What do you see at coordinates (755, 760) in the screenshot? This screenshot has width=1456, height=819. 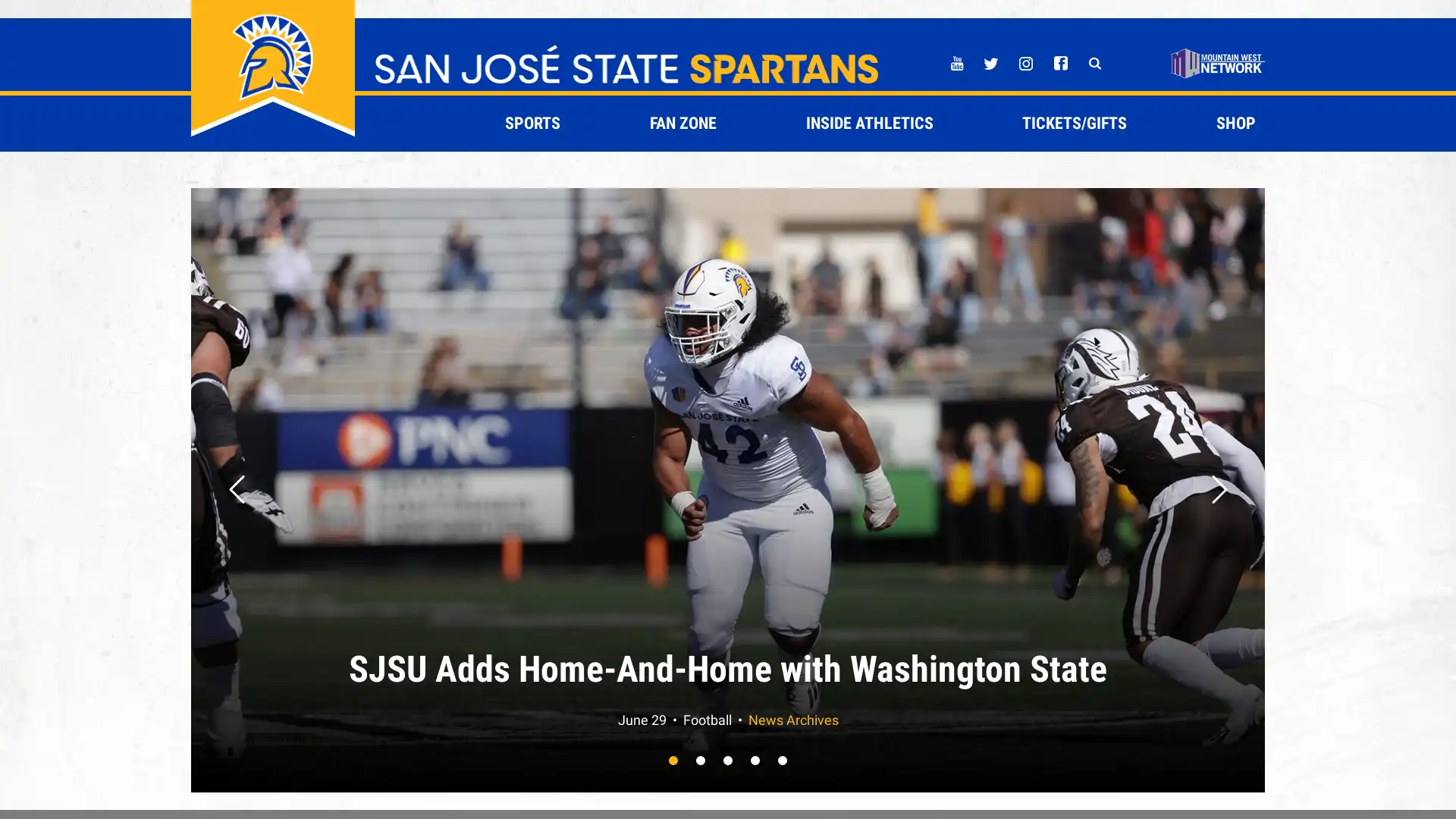 I see `Navigate to slide 4` at bounding box center [755, 760].